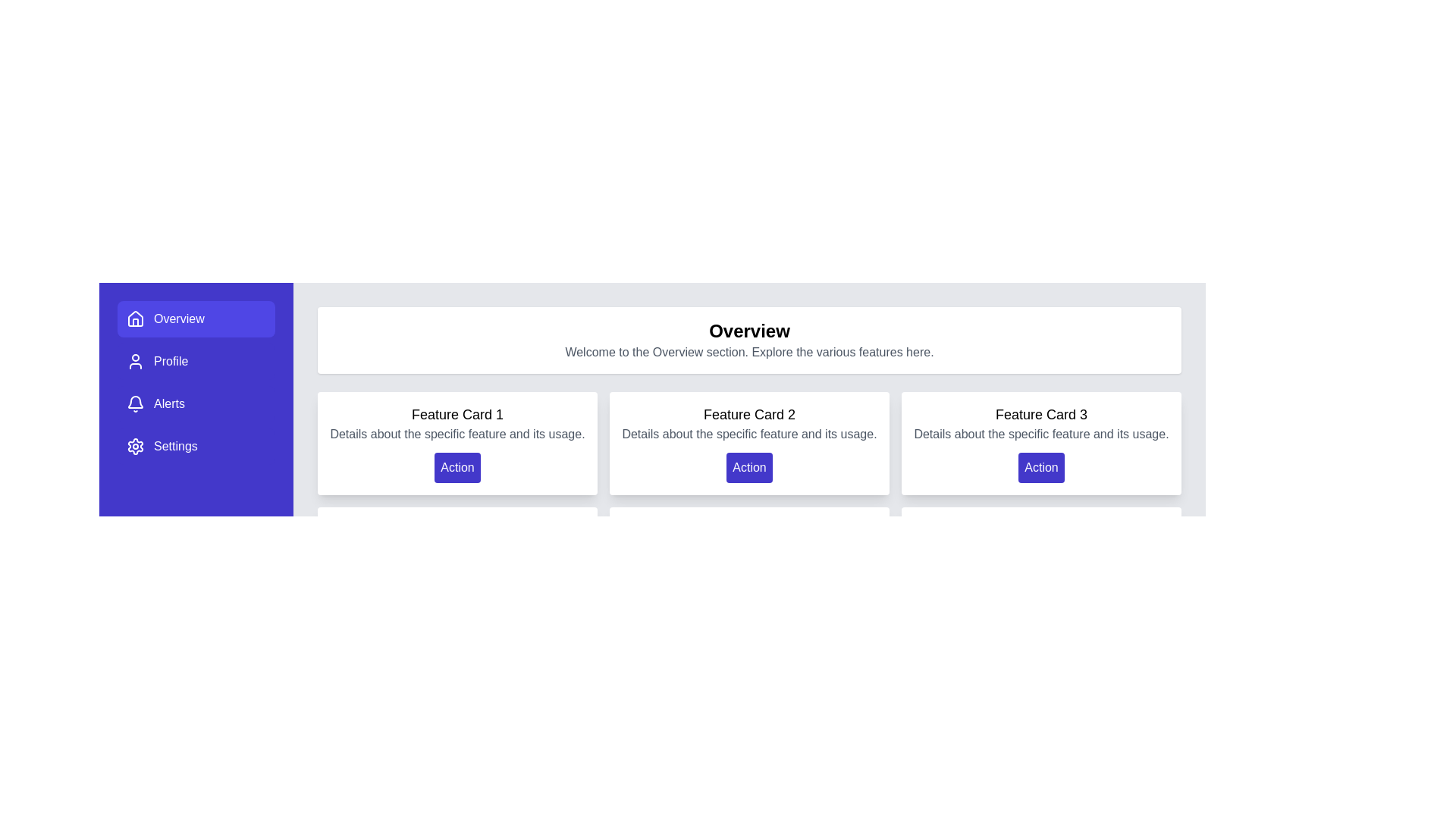 The height and width of the screenshot is (819, 1456). Describe the element at coordinates (135, 318) in the screenshot. I see `the house-shaped icon located within the circular button in the highlighted 'Overview' menu item on the vertical navigation menu` at that location.